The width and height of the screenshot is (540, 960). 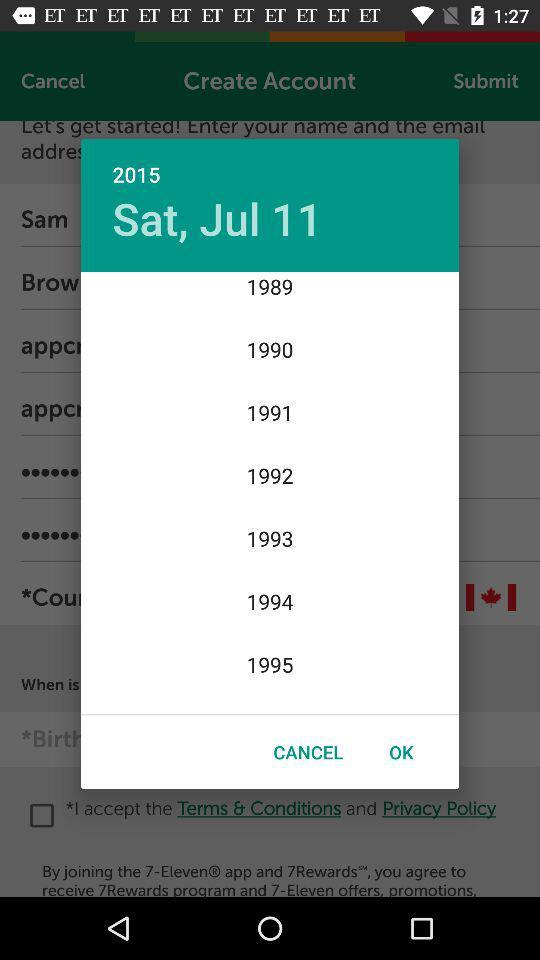 I want to click on item next to the cancel icon, so click(x=401, y=751).